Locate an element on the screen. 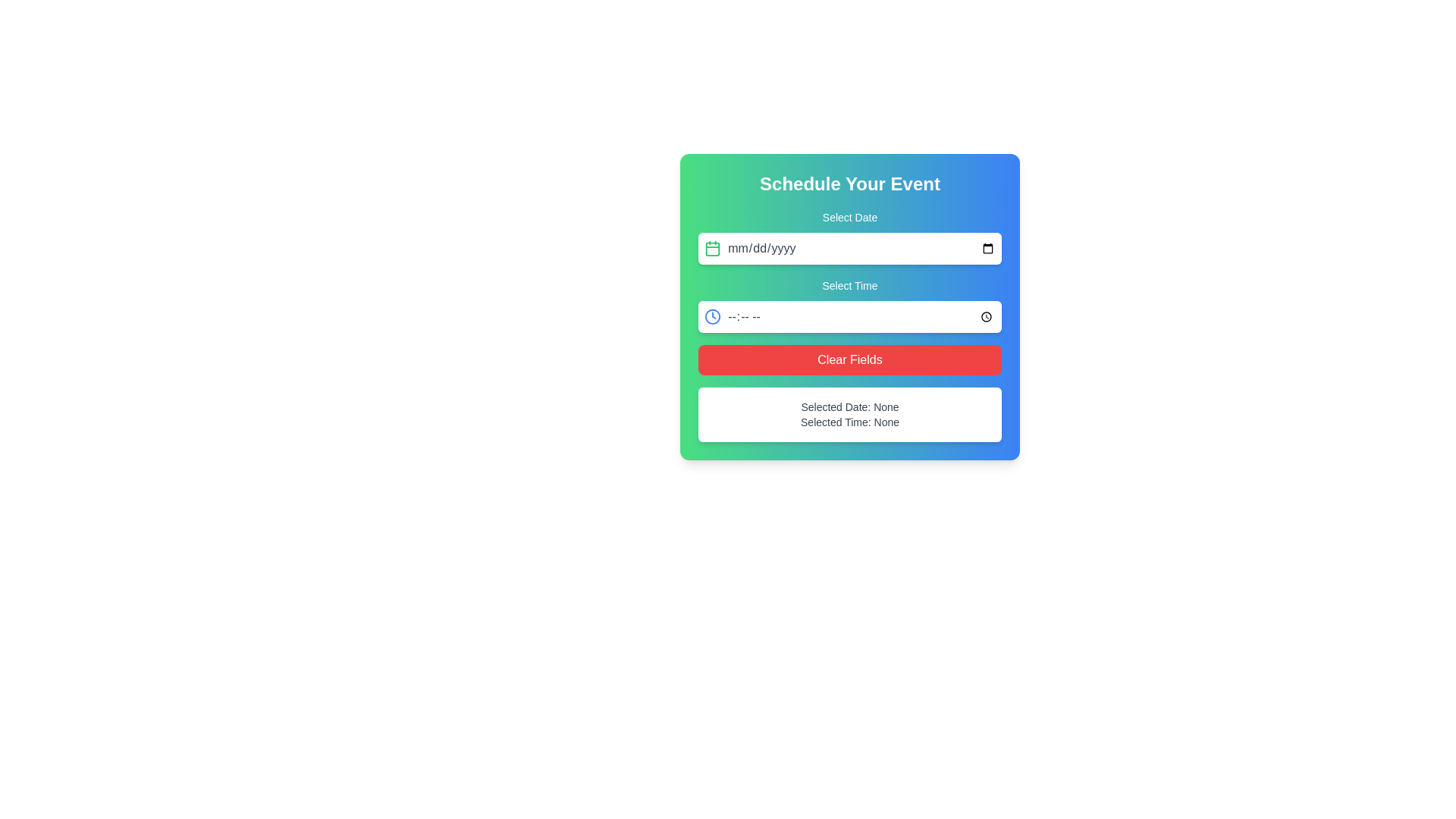  the date input field labeled 'Select Date' to enable keyboard input is located at coordinates (850, 237).